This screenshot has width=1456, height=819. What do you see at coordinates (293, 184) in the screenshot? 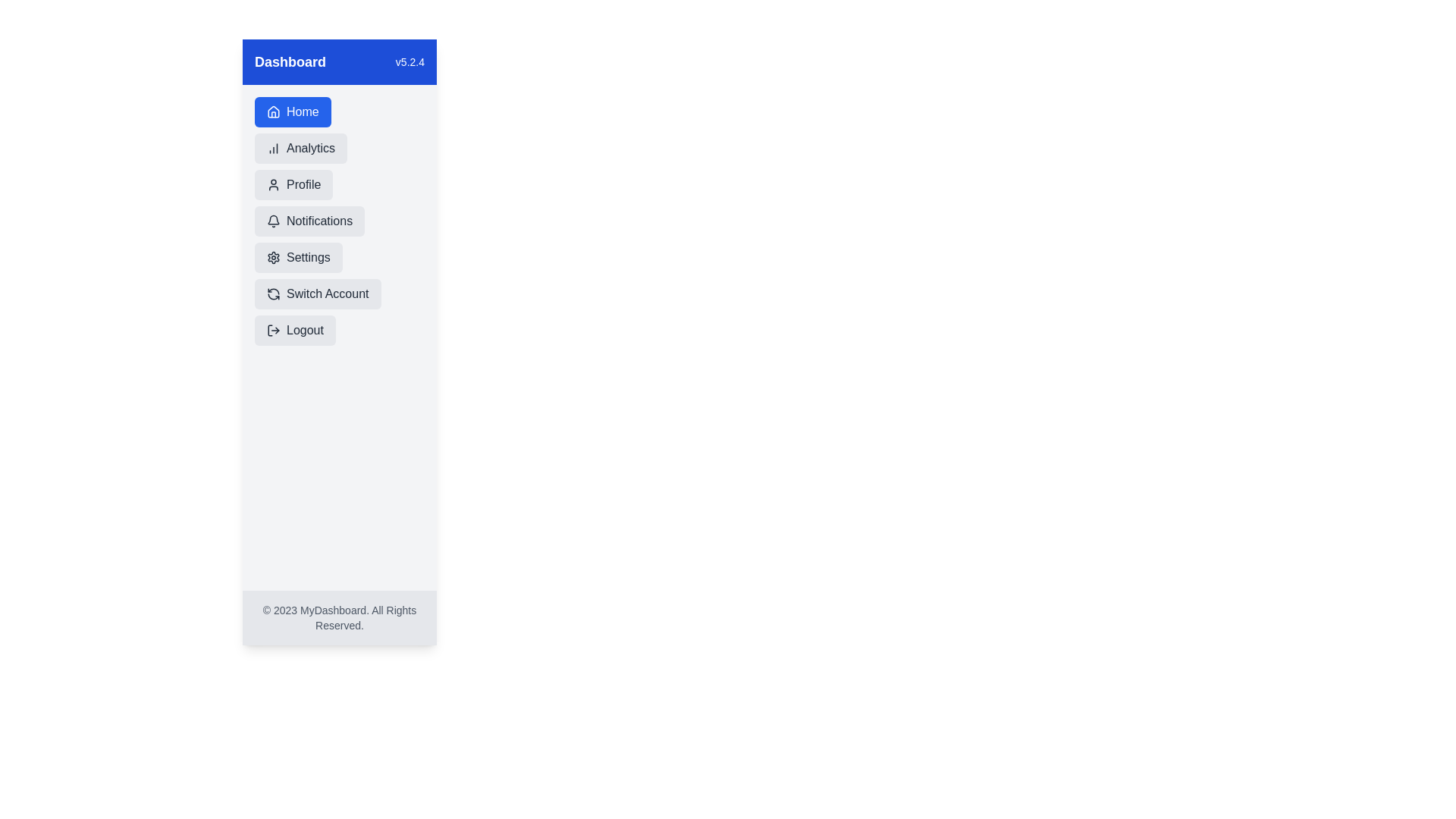
I see `the 'Profile' button, which is a rectangular button with a light gray background and a user profile icon, located in the vertical list of buttons on the left side of the interface, specifically the third item below the 'Analytics' button` at bounding box center [293, 184].